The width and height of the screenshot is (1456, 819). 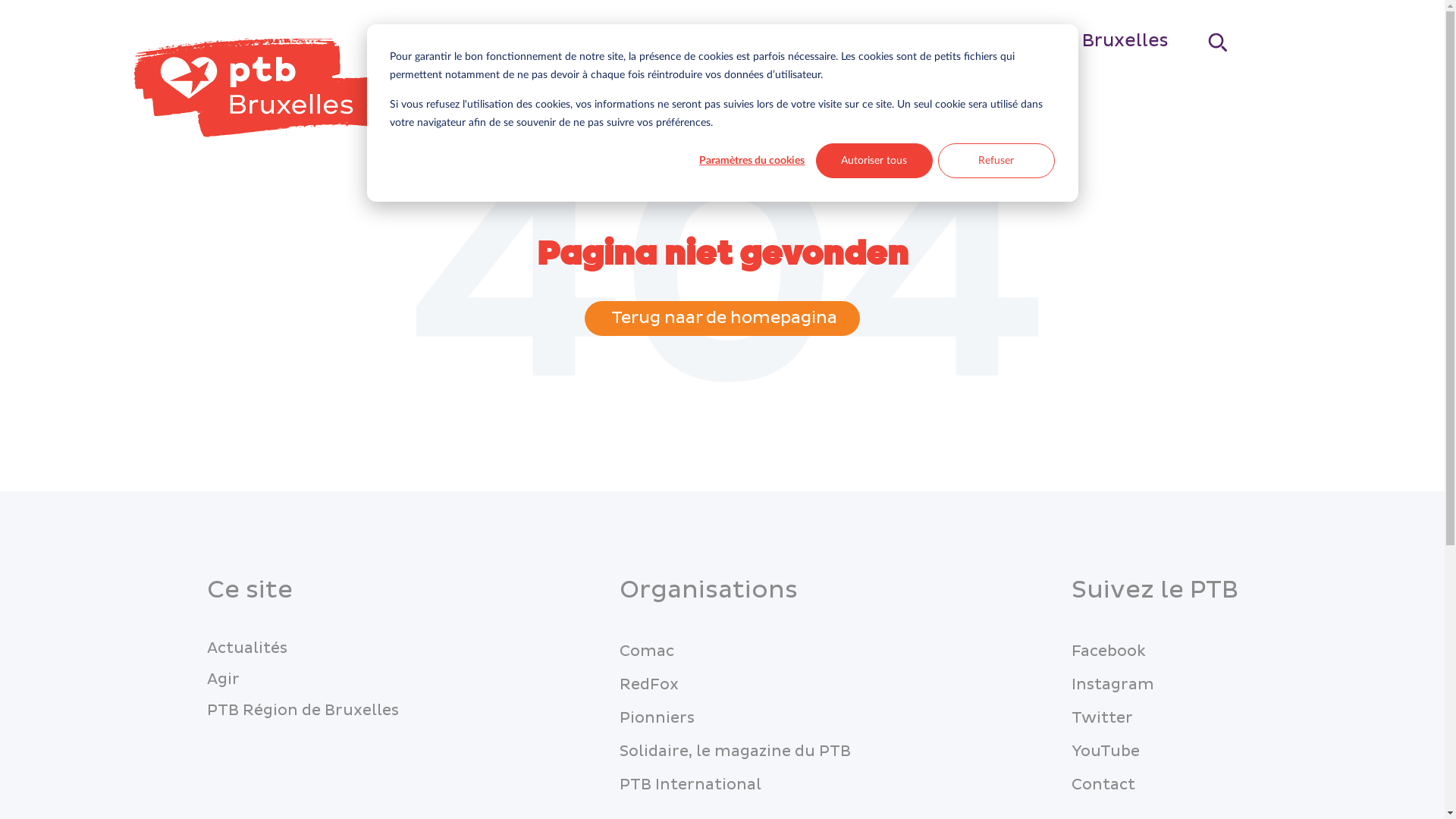 I want to click on 'Solidaire, le magazine du PTB', so click(x=734, y=752).